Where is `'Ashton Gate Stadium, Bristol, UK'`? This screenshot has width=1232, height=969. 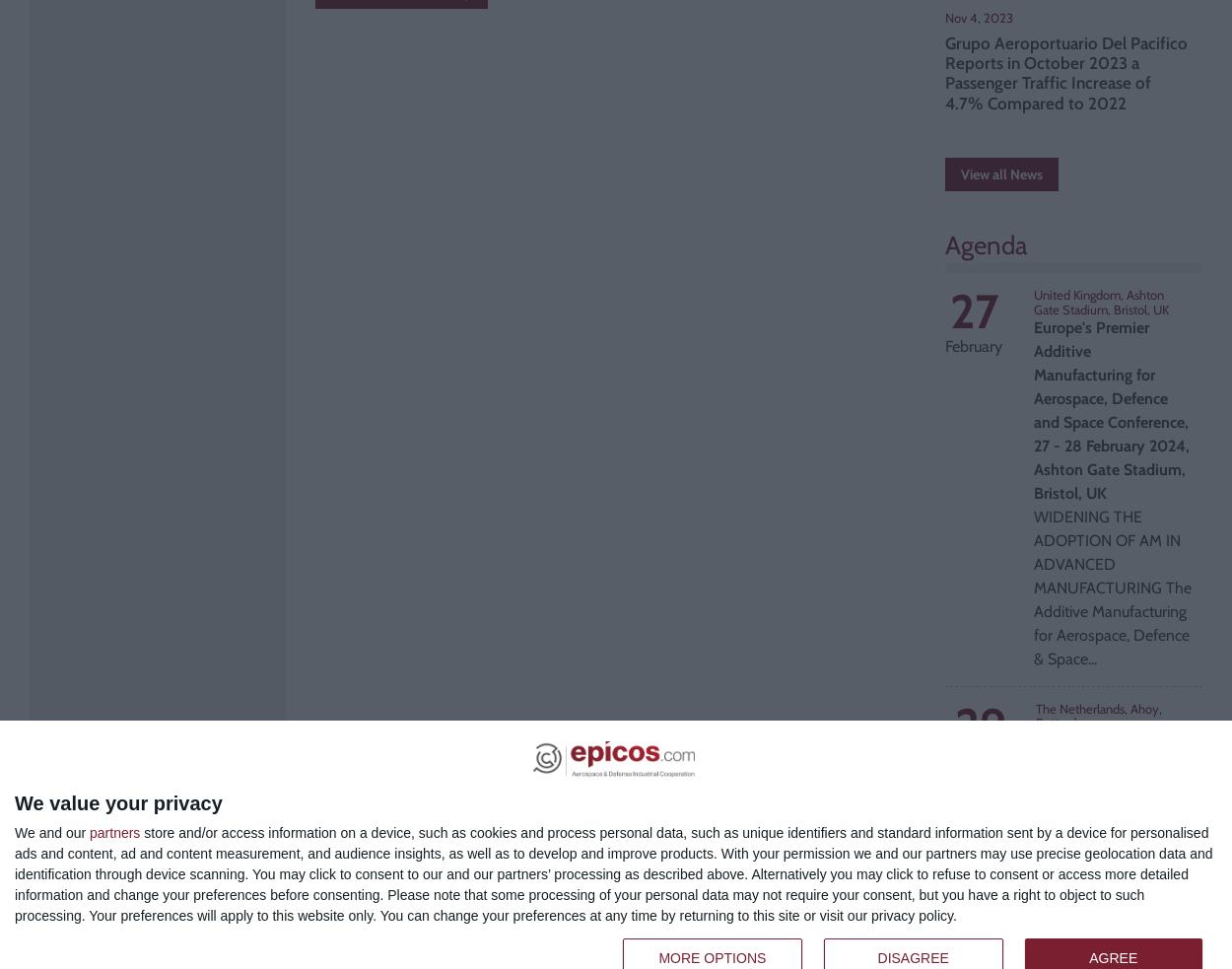
'Ashton Gate Stadium, Bristol, UK' is located at coordinates (1034, 302).